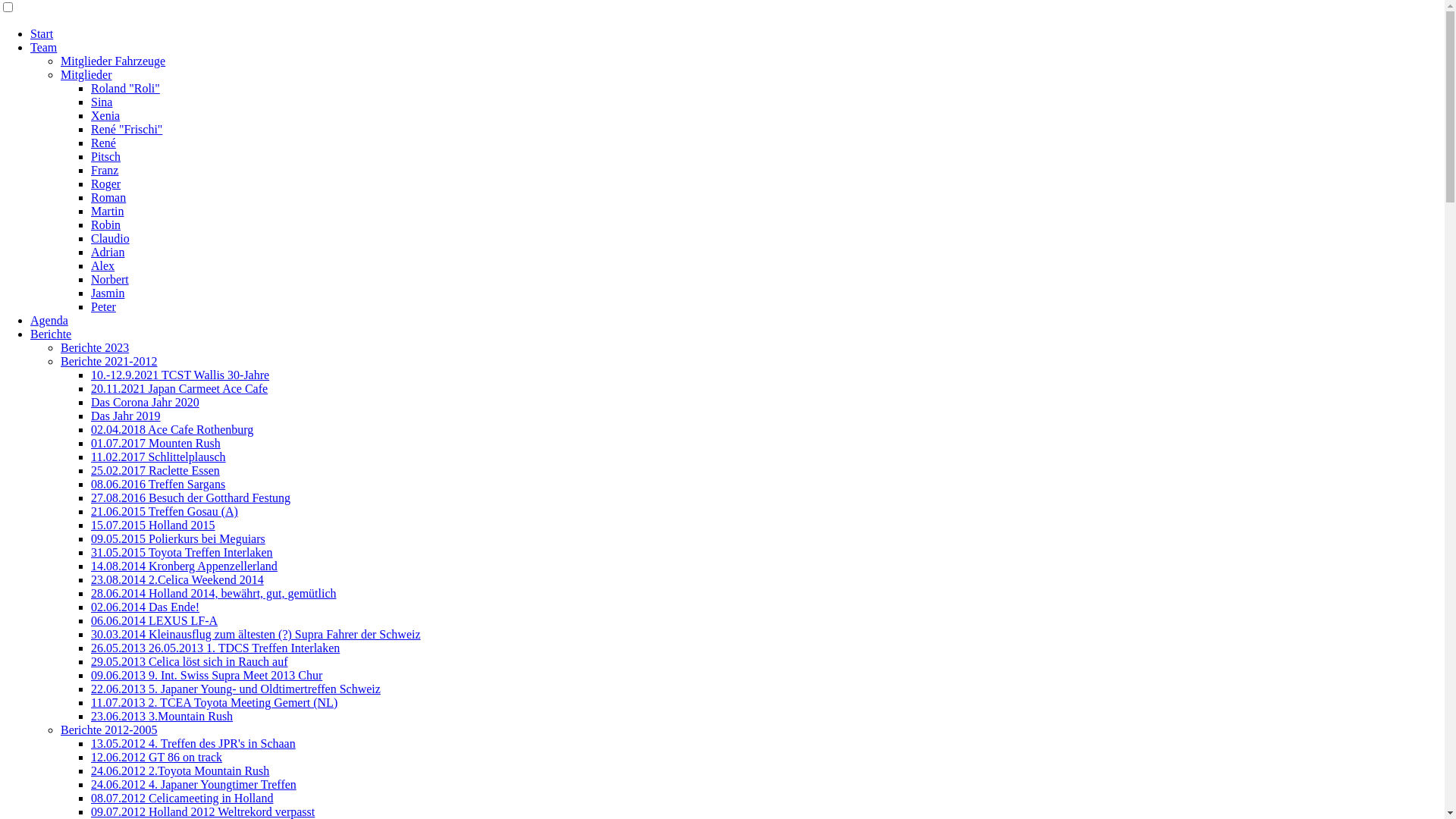  I want to click on 'Berichte 2021-2012', so click(108, 361).